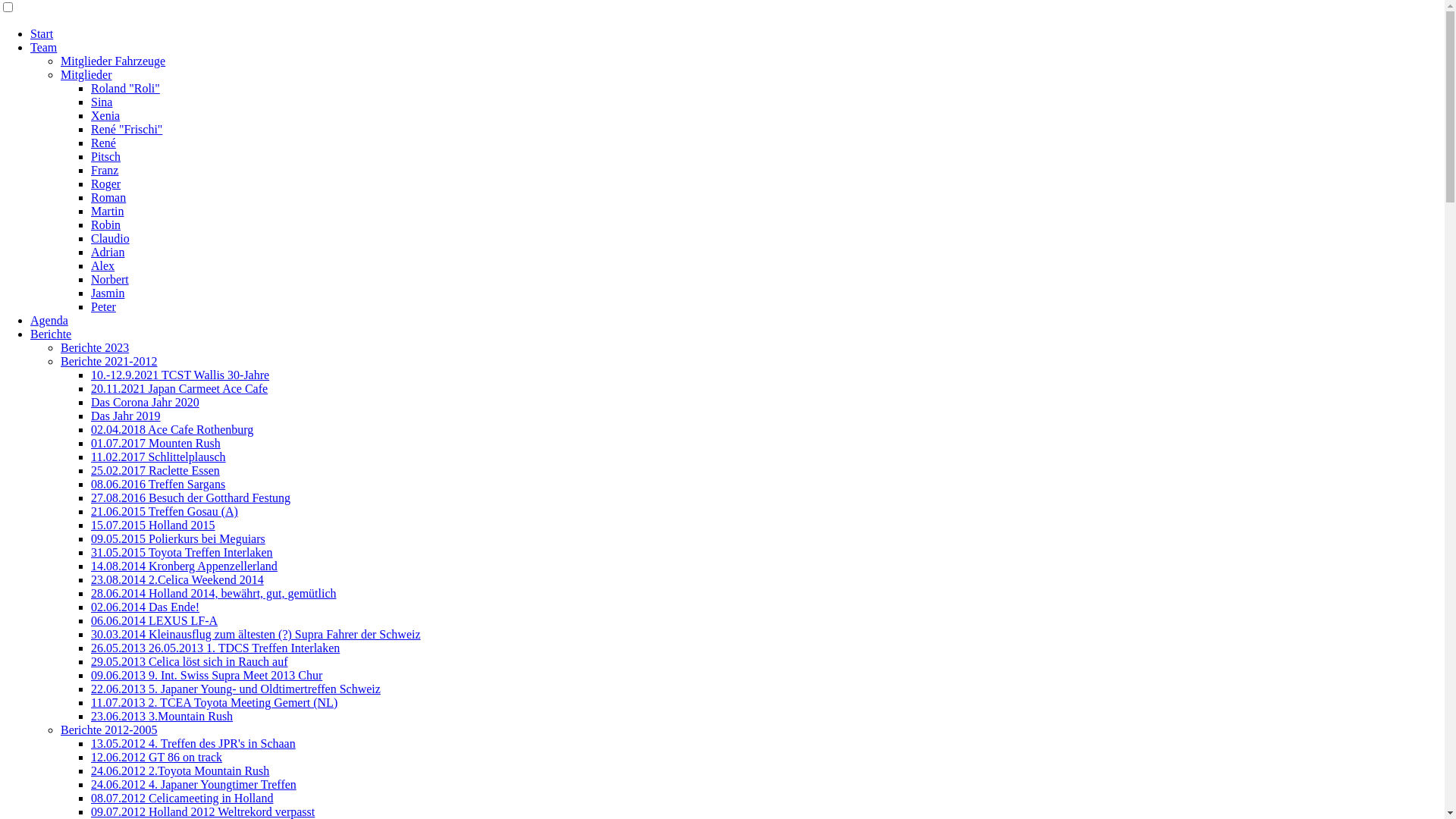  I want to click on 'Berichte 2021-2012', so click(108, 361).